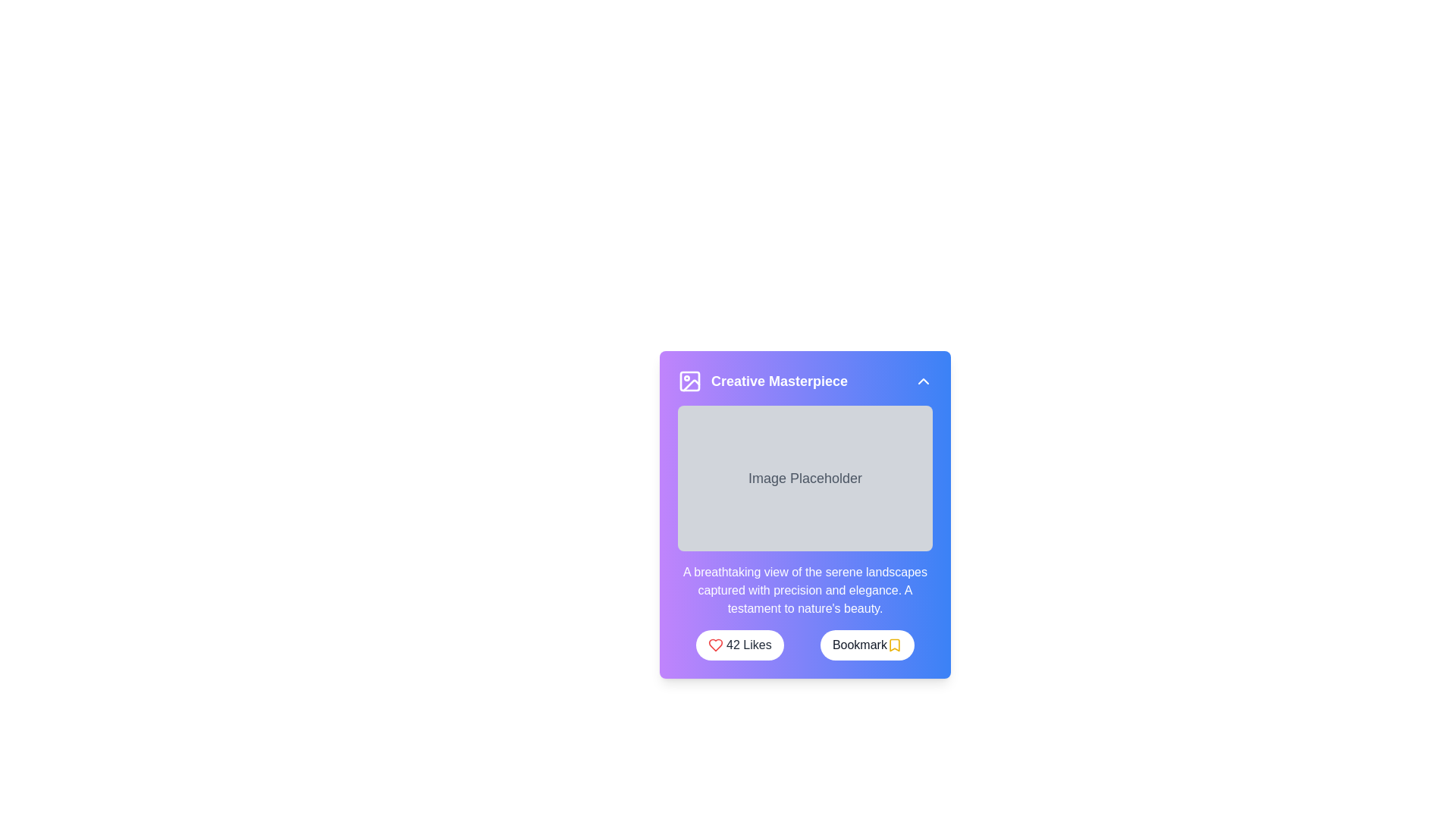 The width and height of the screenshot is (1456, 819). I want to click on the SVG Icon representing a picture frame with a round sun in the upper left, located to the left of the 'Creative Masterpiece' section, so click(689, 380).